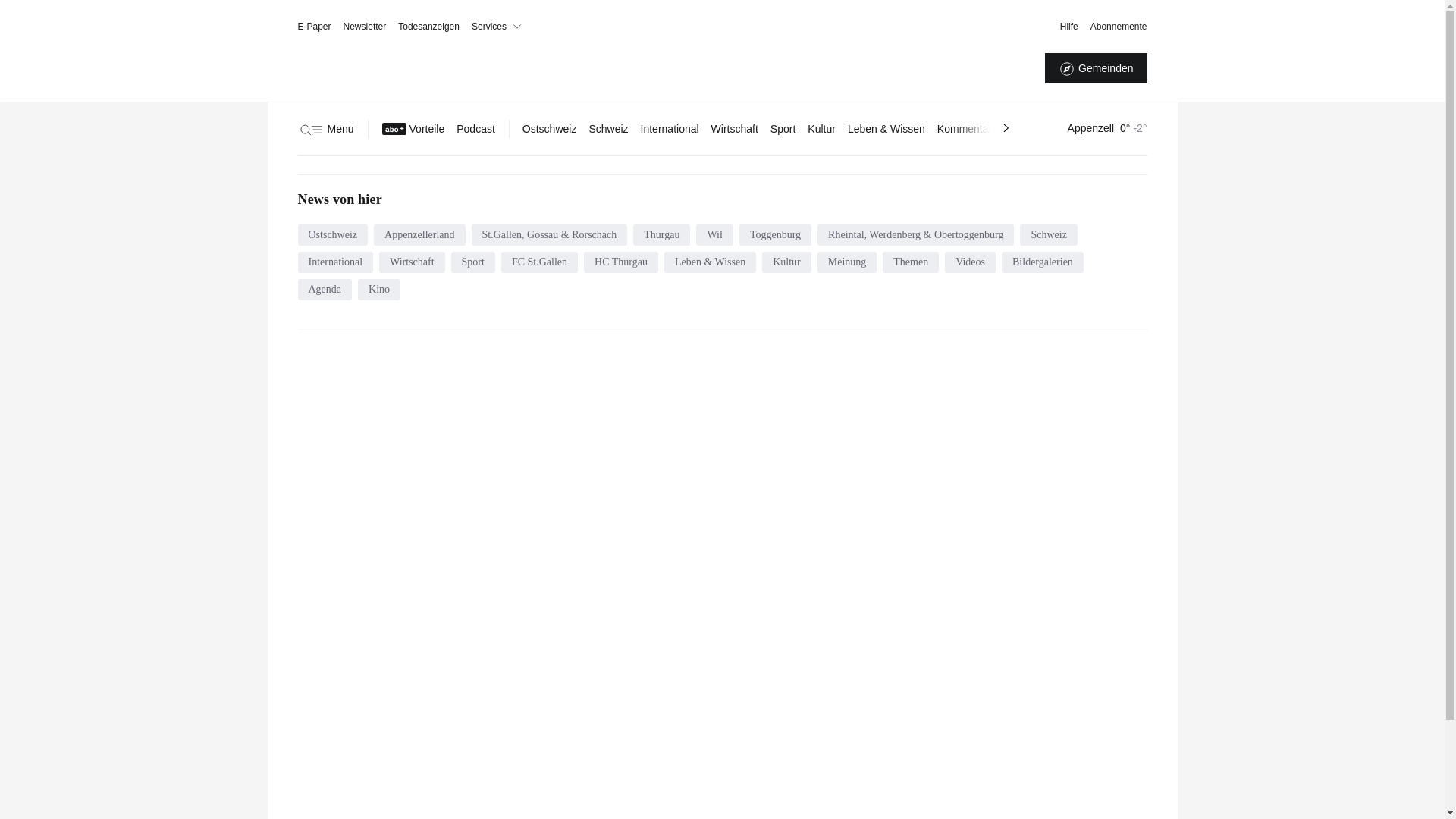  Describe the element at coordinates (413, 127) in the screenshot. I see `'Vorteile'` at that location.